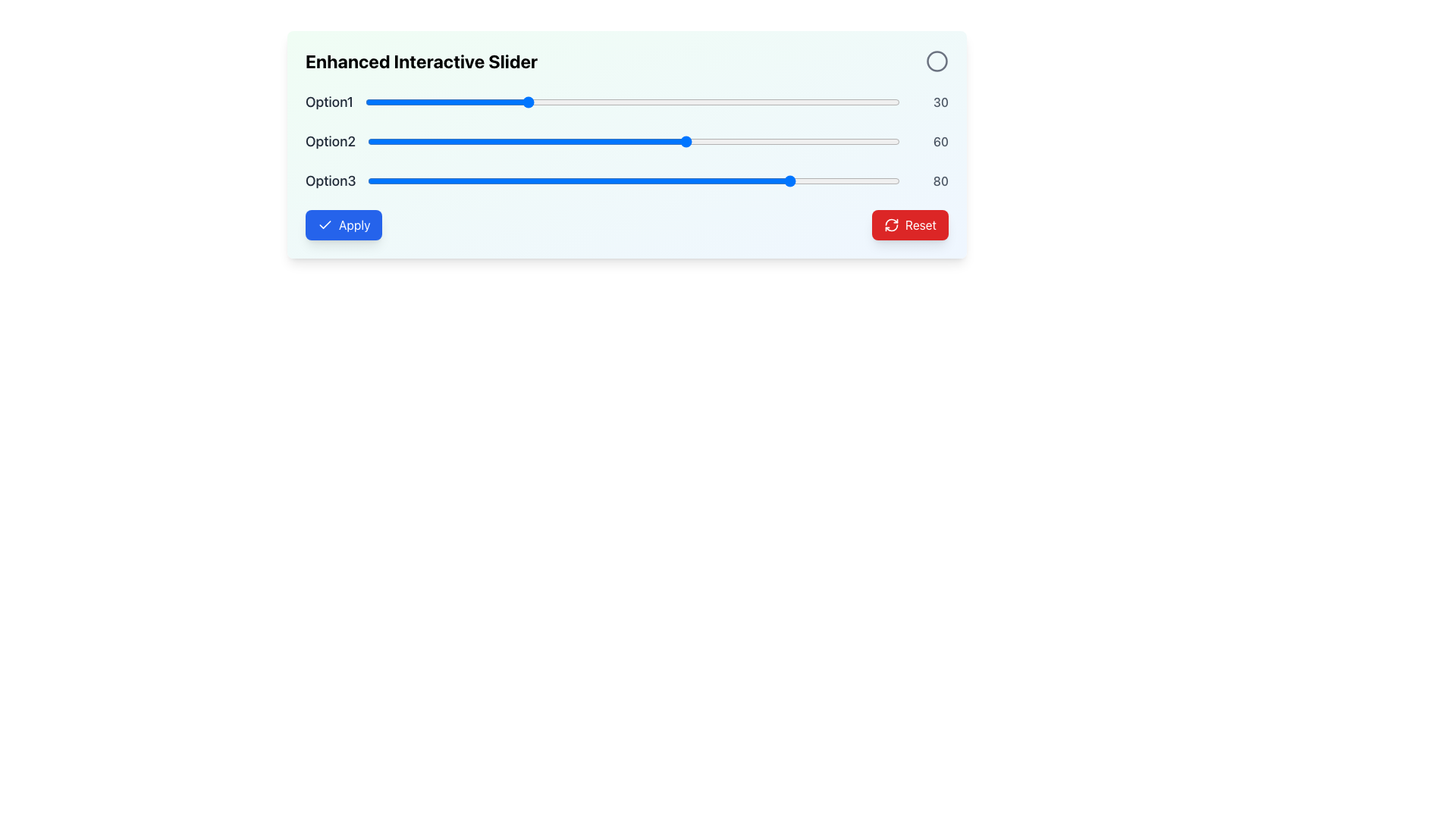 The height and width of the screenshot is (819, 1456). What do you see at coordinates (937, 61) in the screenshot?
I see `the circular SVG graphic with a thin gray outline and a white center located at the top-right corner of the interactive UI, next to the 'Reset' button` at bounding box center [937, 61].